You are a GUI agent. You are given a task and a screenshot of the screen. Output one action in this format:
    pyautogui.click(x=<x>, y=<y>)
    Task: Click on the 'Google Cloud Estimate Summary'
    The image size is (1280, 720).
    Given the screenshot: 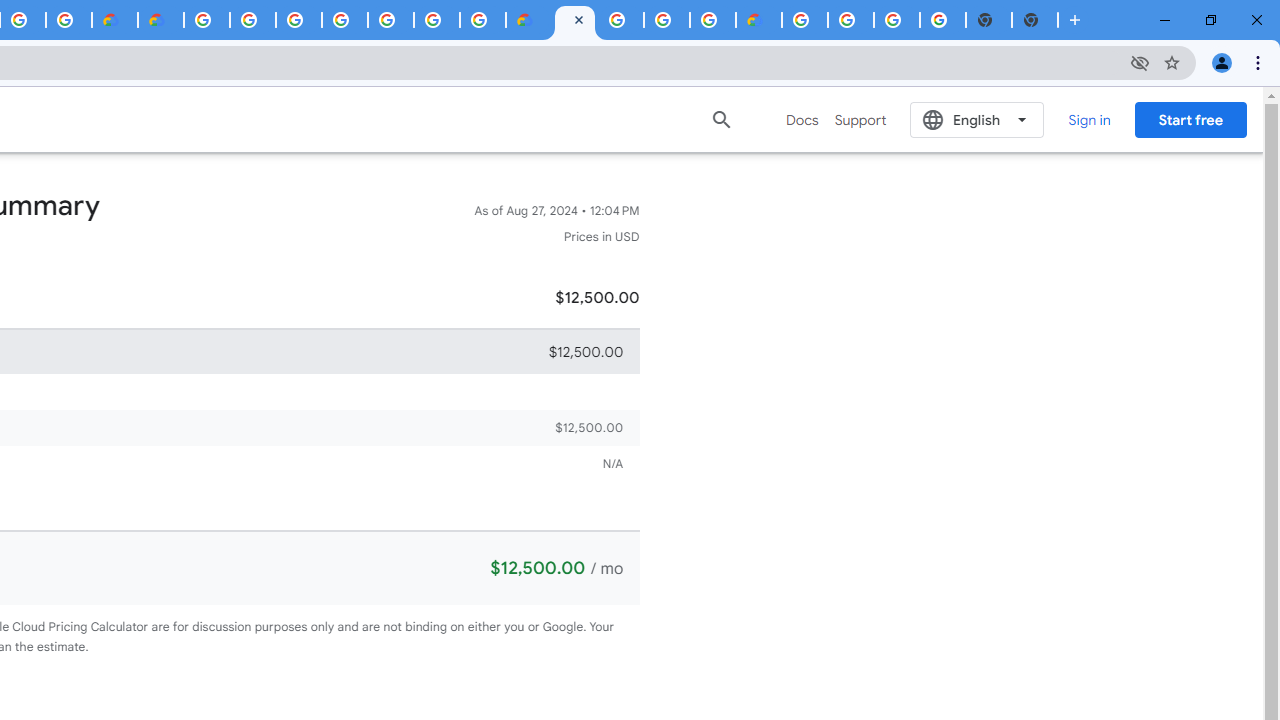 What is the action you would take?
    pyautogui.click(x=573, y=20)
    